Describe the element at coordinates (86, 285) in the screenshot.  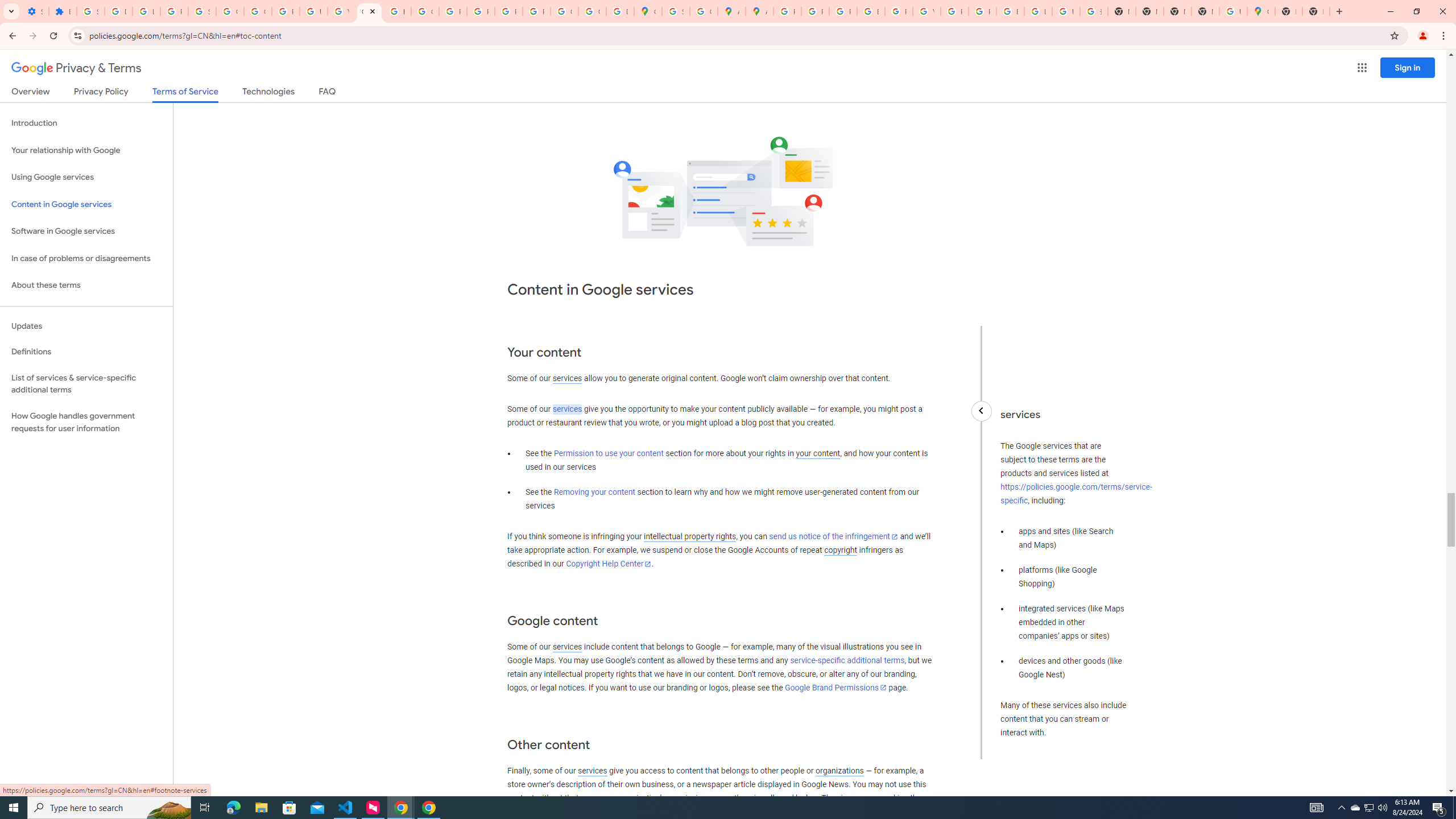
I see `'About these terms'` at that location.